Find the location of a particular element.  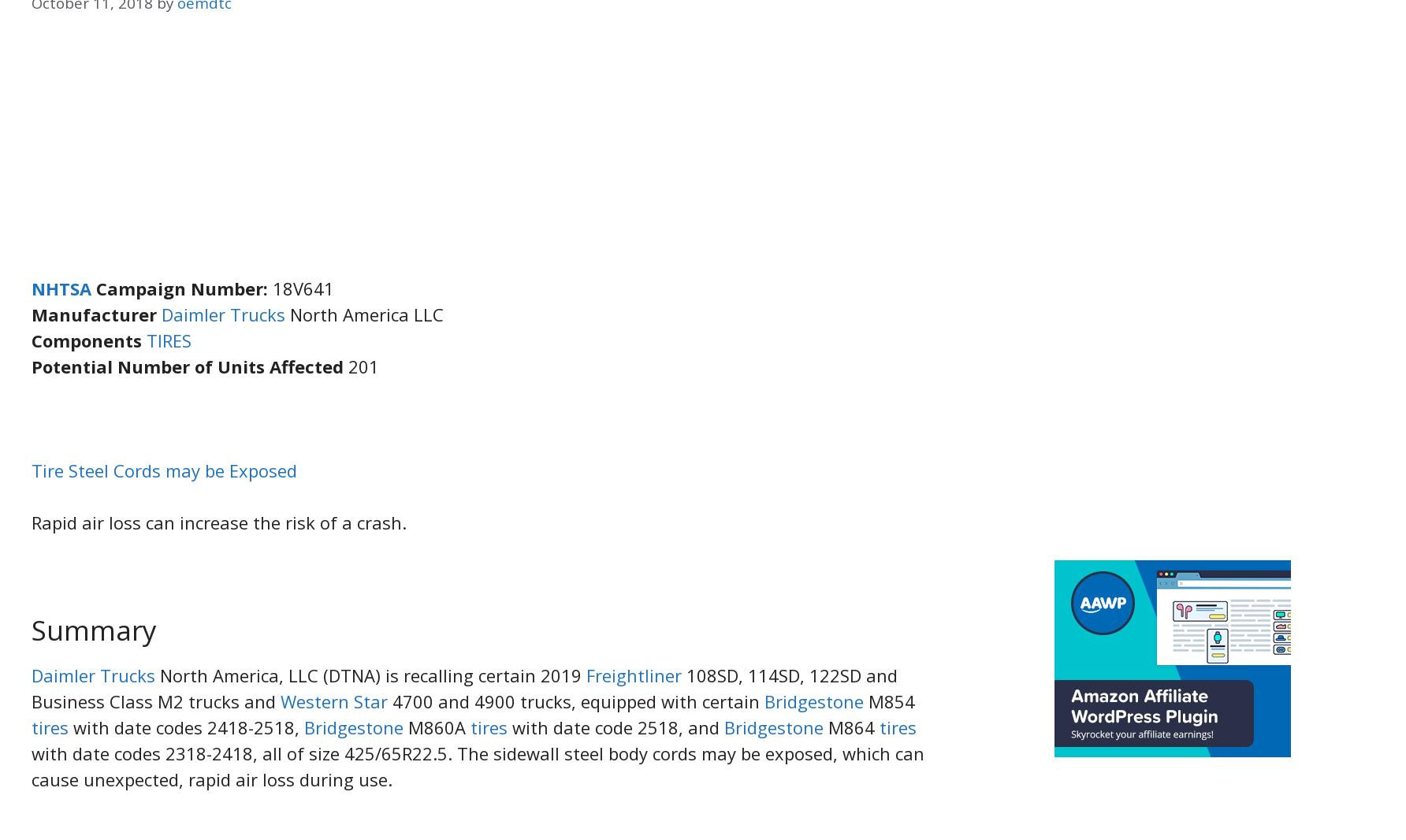

'Rapid air loss can increase the risk of a crash.' is located at coordinates (31, 522).